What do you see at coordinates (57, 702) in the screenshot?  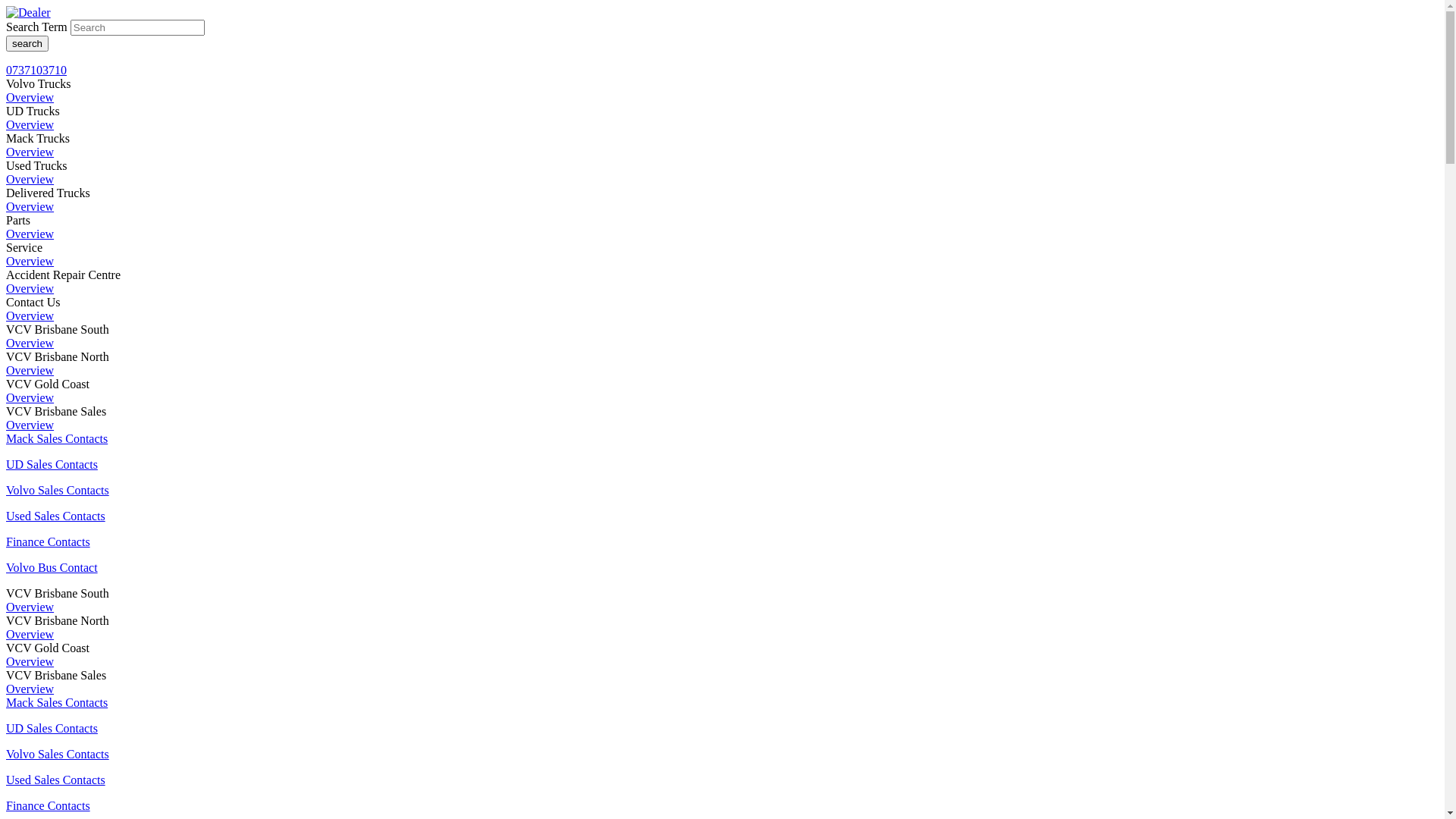 I see `'Mack Sales Contacts'` at bounding box center [57, 702].